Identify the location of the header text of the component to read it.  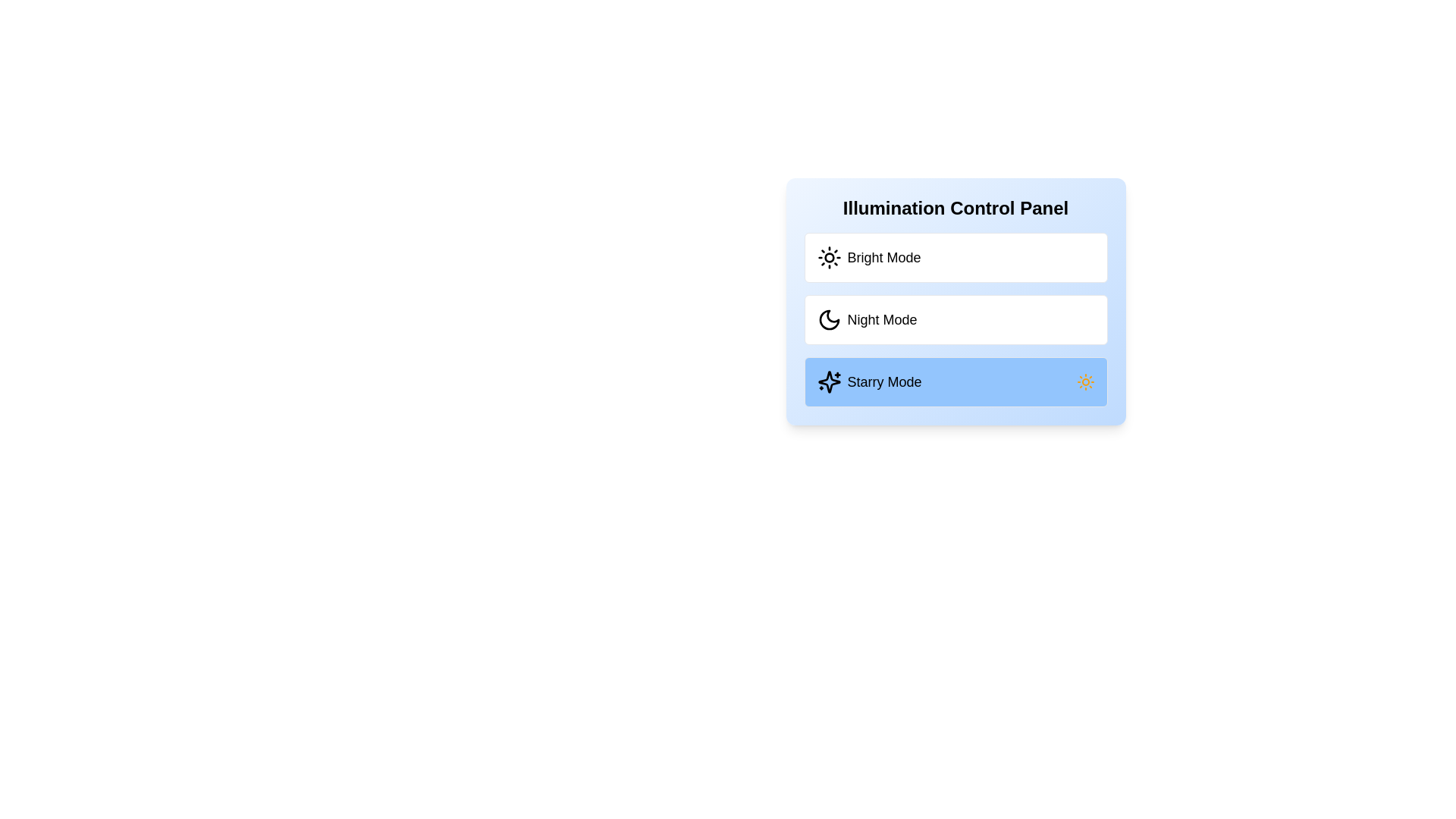
(955, 208).